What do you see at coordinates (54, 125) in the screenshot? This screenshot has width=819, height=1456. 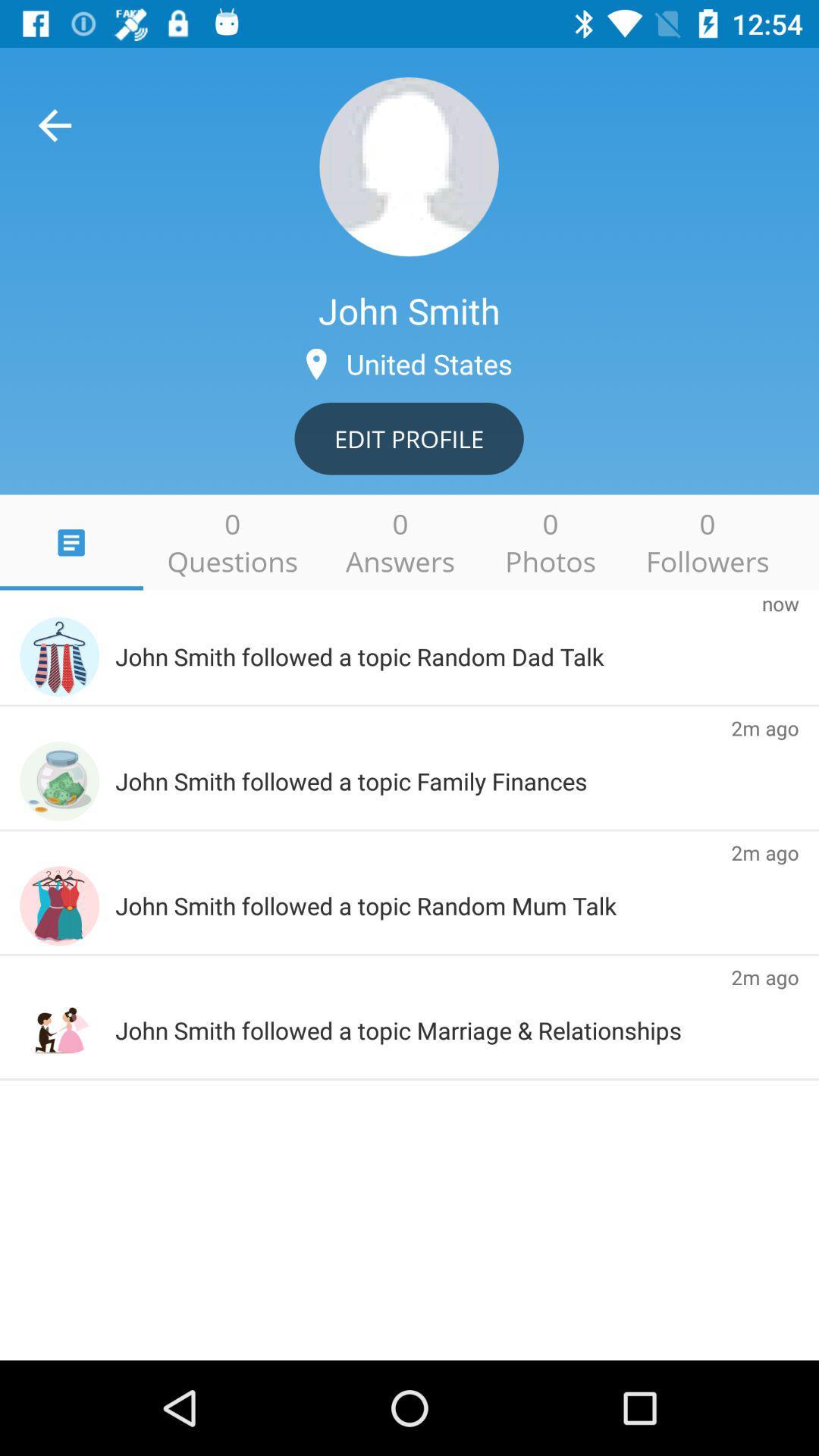 I see `the item at the top left corner` at bounding box center [54, 125].